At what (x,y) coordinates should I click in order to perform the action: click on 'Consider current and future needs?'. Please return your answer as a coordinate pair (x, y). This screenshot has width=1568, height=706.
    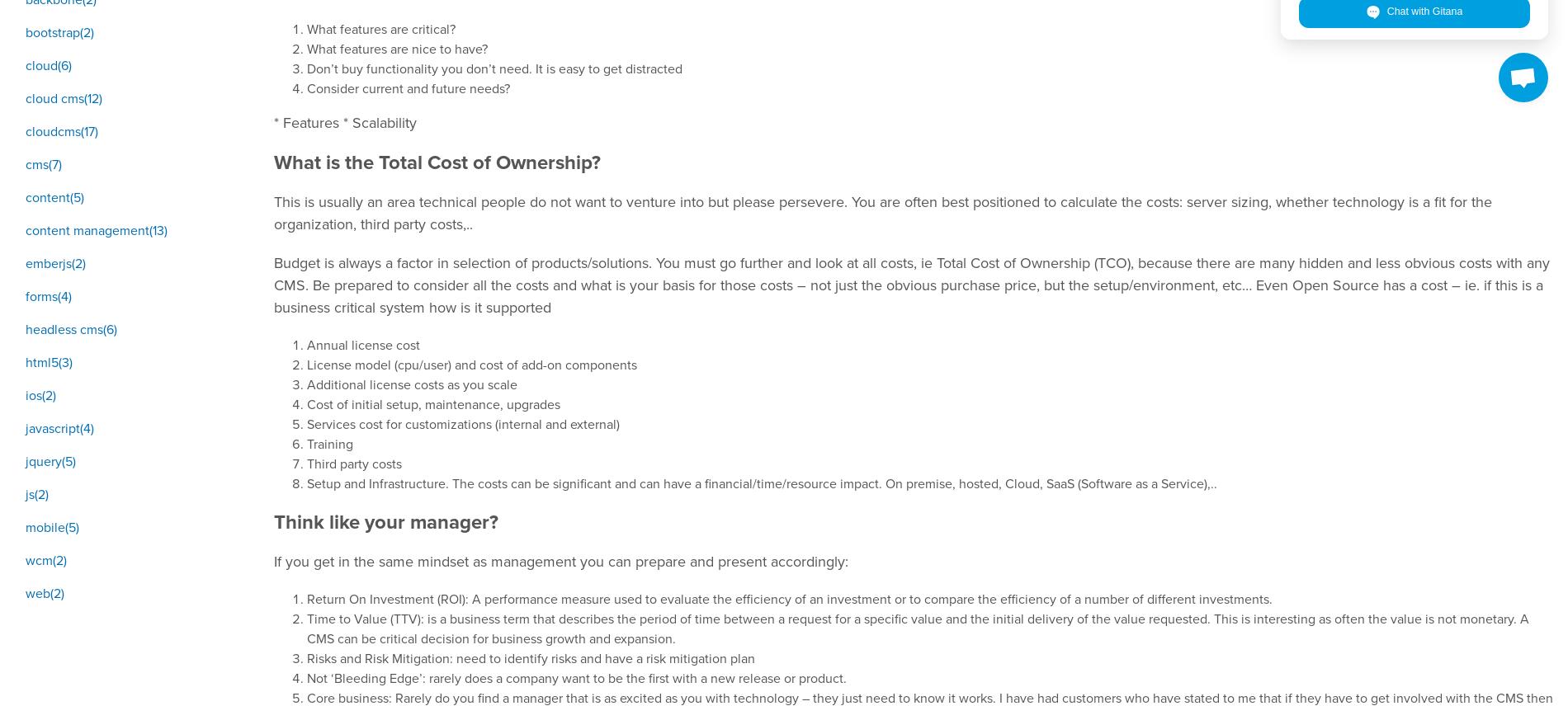
    Looking at the image, I should click on (408, 88).